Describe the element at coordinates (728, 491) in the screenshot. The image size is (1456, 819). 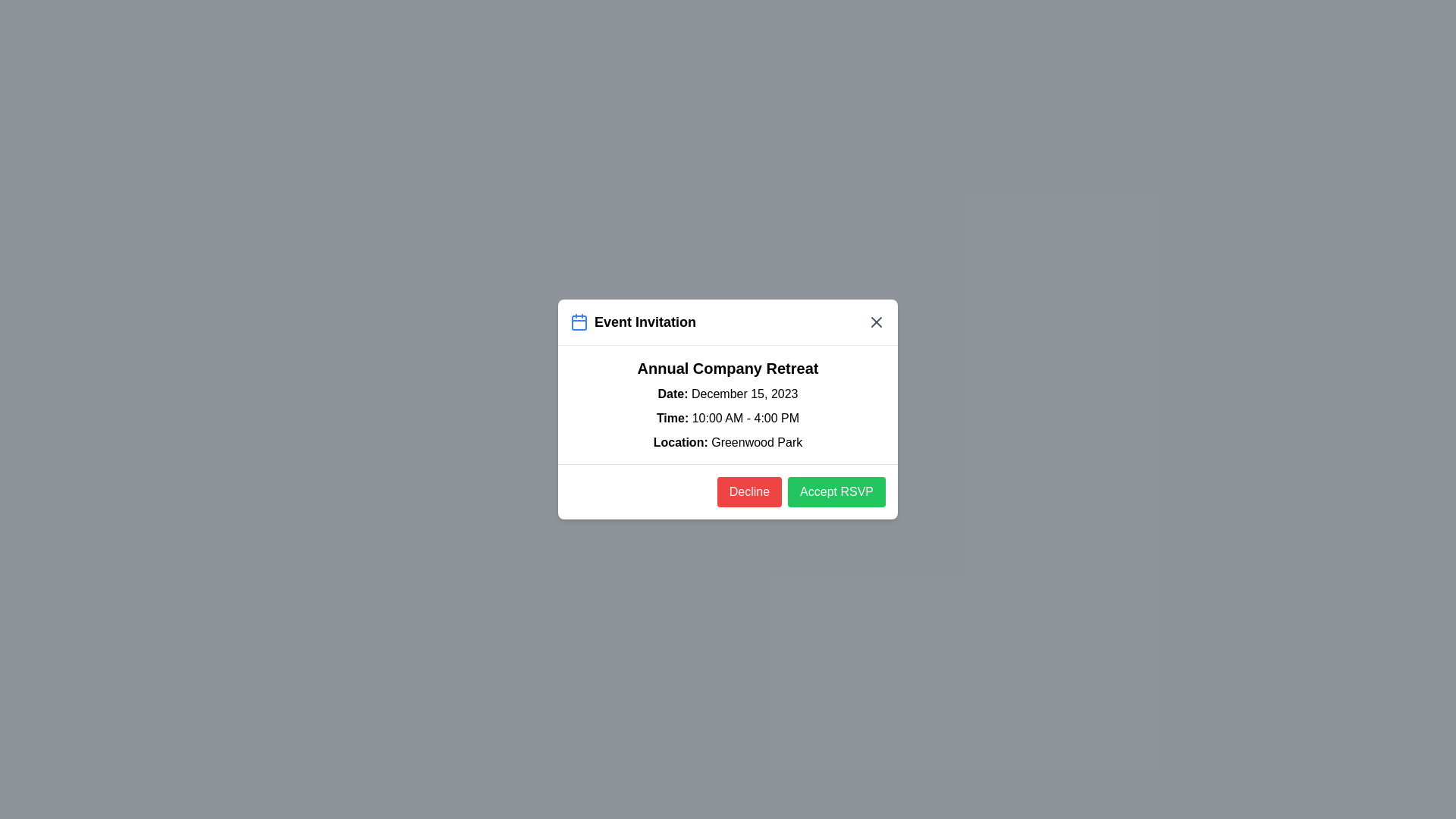
I see `the 'Decline' button, which is the left button in the button group for responding to event invitations, to reject the invitation` at that location.